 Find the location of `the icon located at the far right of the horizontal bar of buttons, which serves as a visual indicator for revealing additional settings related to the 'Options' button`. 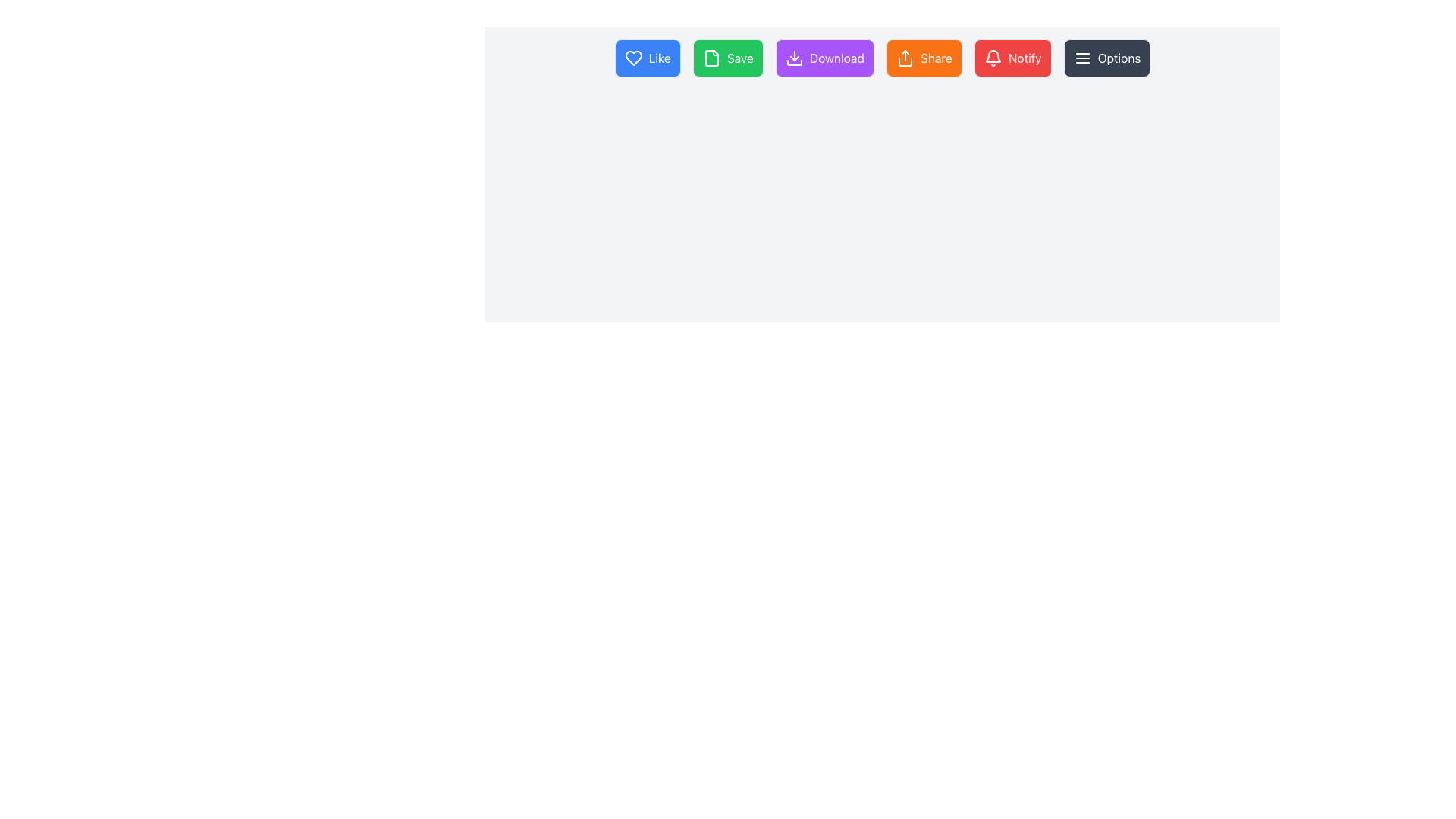

the icon located at the far right of the horizontal bar of buttons, which serves as a visual indicator for revealing additional settings related to the 'Options' button is located at coordinates (1081, 58).